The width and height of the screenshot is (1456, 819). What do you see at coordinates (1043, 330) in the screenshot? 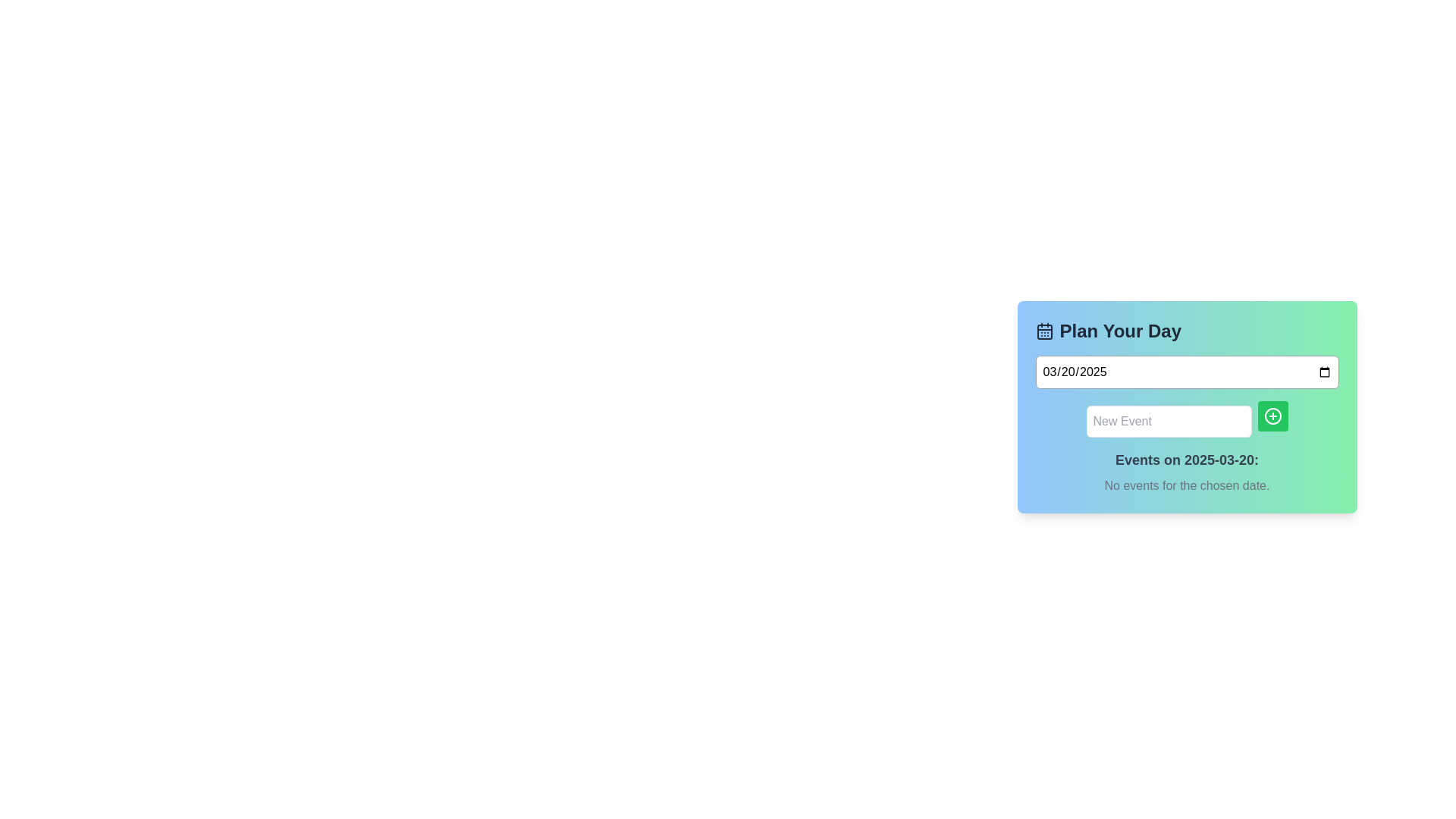
I see `the calendar icon located in the top-left corner of the 'Plan Your Day' section, which serves as a decorative emblem for the calendar application` at bounding box center [1043, 330].